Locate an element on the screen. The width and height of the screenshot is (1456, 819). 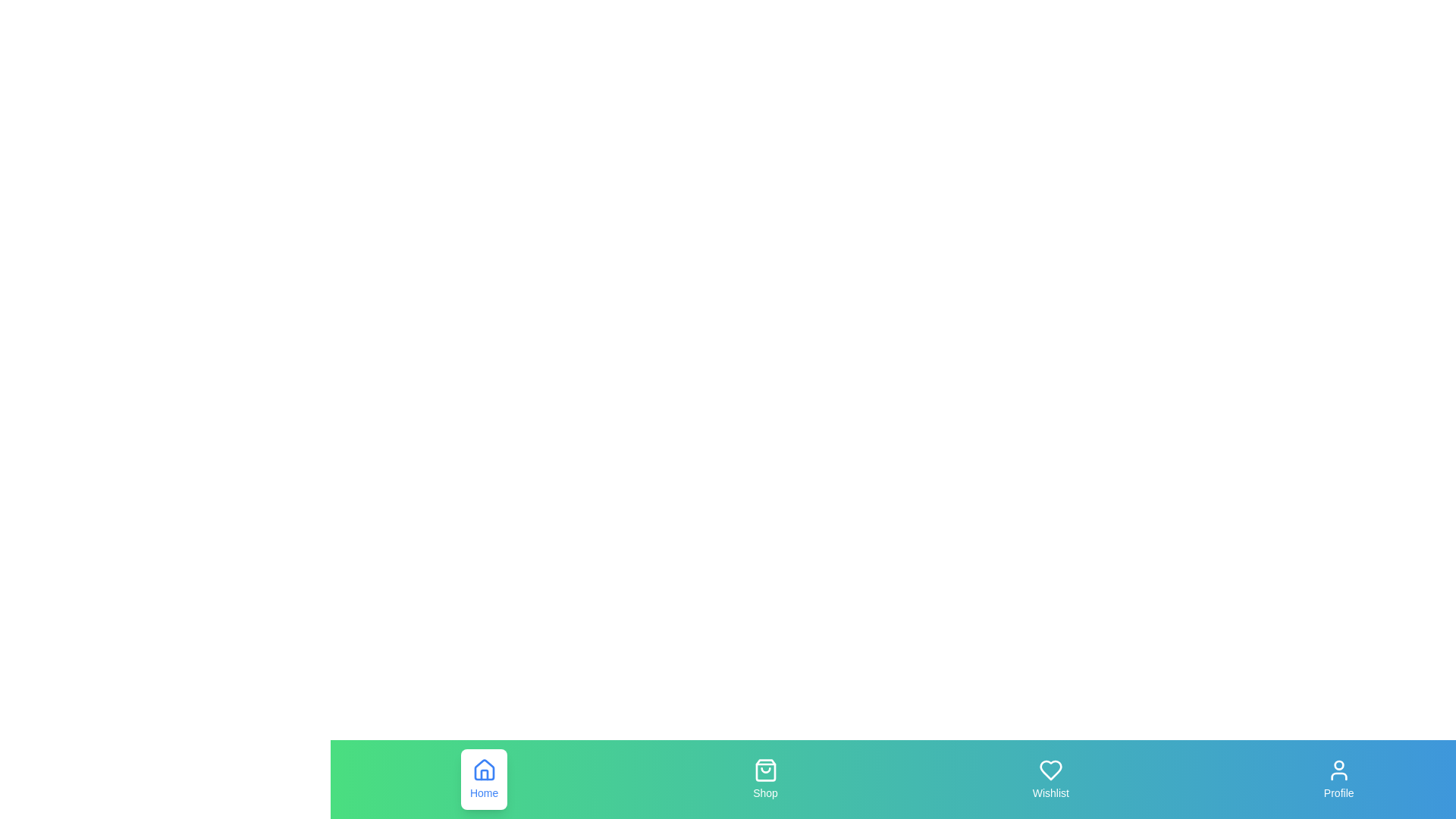
the tab labeled Wishlist to observe the animation effect is located at coordinates (1050, 780).